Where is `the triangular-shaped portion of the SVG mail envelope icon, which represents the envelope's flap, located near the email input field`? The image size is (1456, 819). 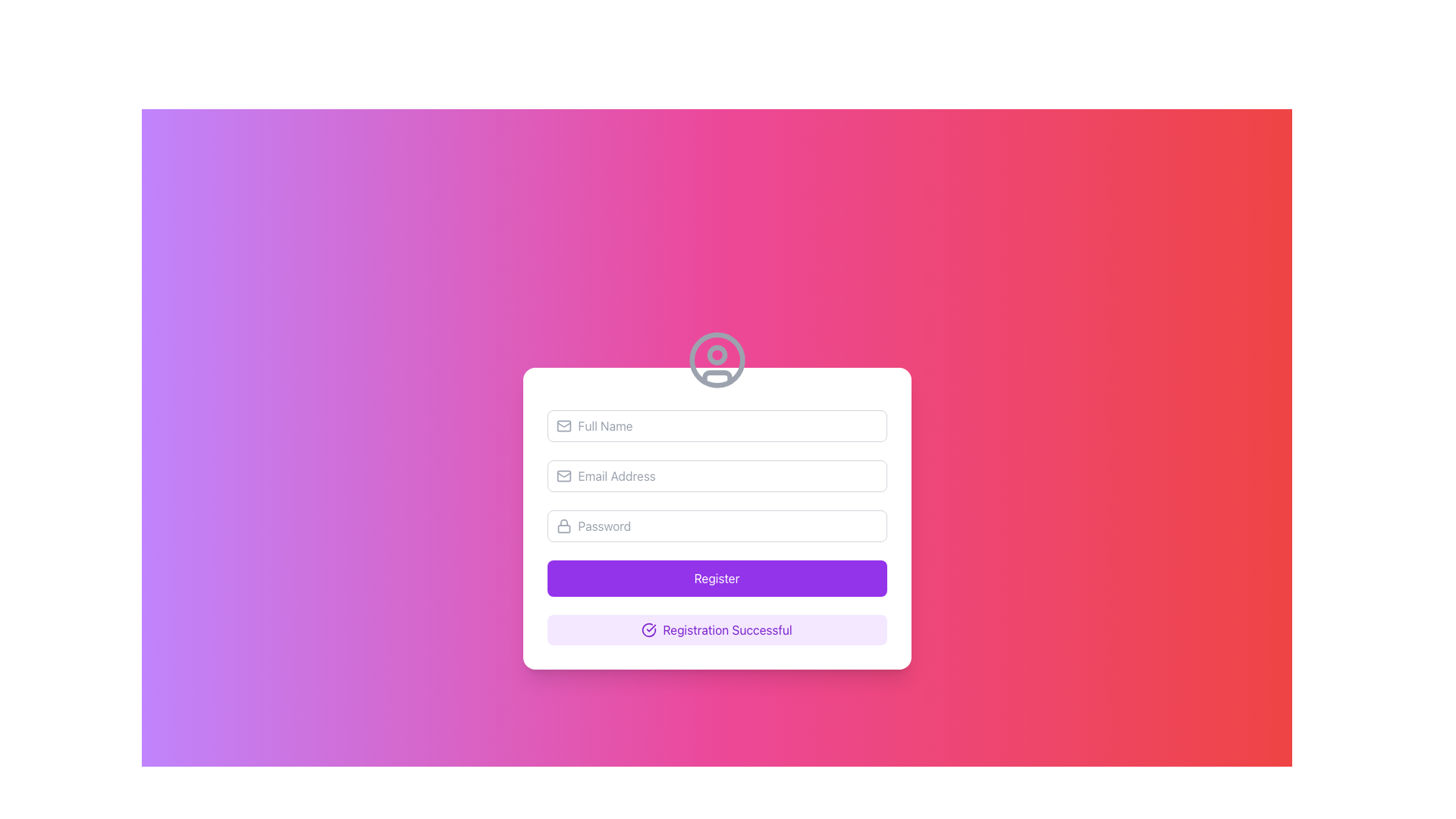 the triangular-shaped portion of the SVG mail envelope icon, which represents the envelope's flap, located near the email input field is located at coordinates (563, 474).